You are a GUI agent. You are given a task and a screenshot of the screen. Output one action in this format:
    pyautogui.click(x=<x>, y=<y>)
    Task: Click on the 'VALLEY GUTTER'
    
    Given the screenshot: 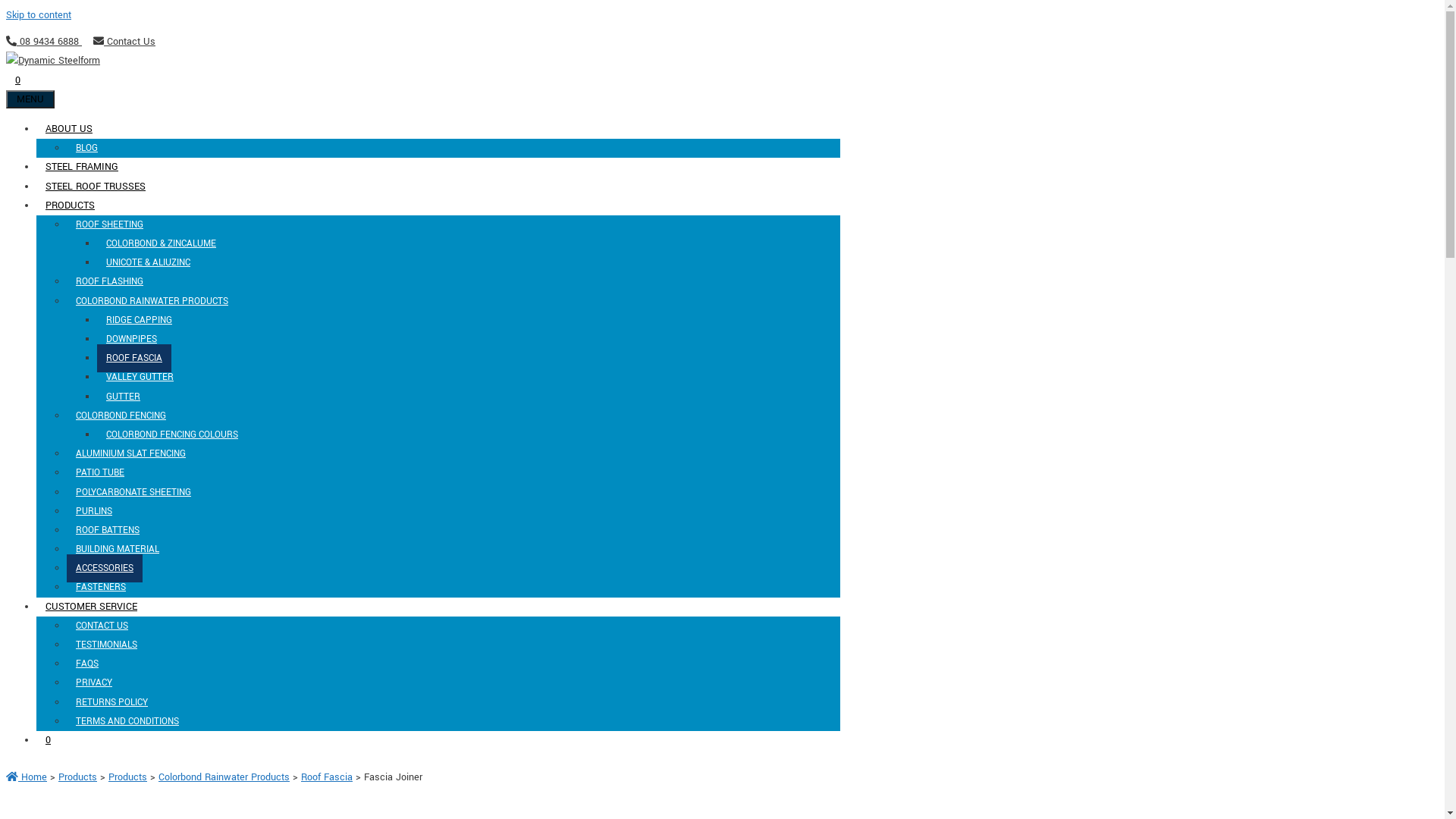 What is the action you would take?
    pyautogui.click(x=140, y=376)
    